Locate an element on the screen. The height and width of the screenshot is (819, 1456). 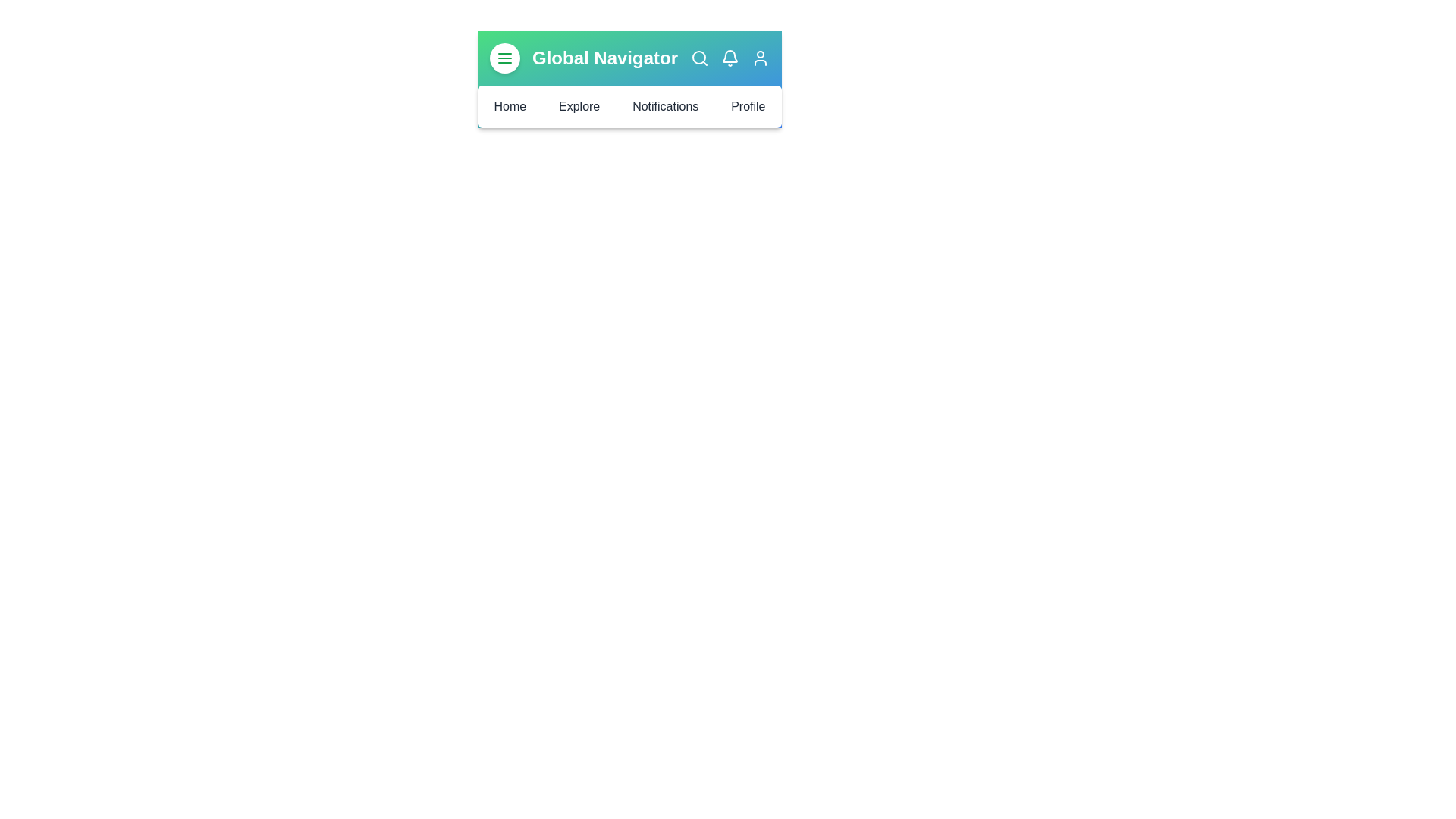
the navigation menu item Profile to navigate to the corresponding section is located at coordinates (748, 106).